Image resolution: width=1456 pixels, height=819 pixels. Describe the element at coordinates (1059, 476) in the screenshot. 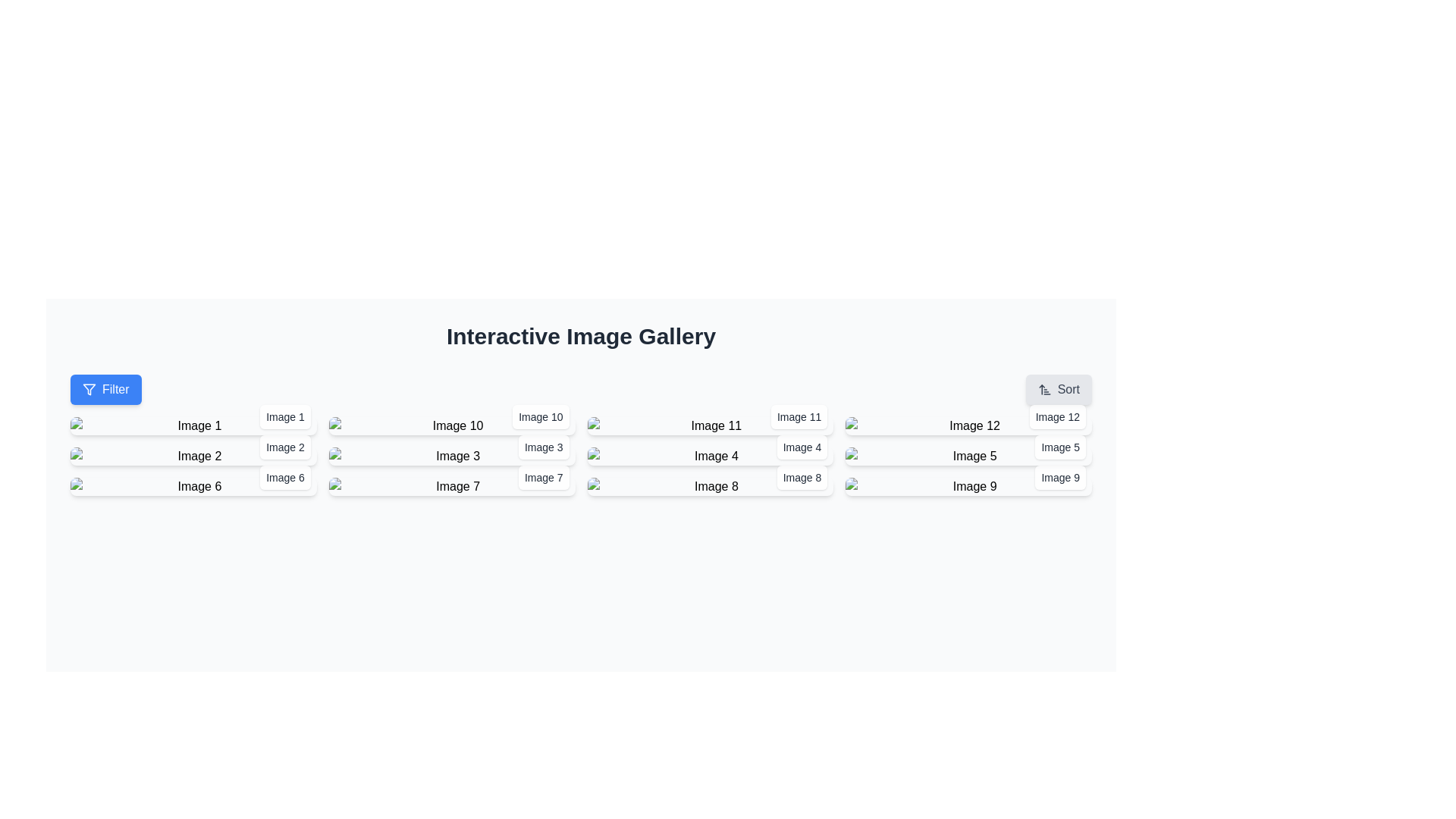

I see `text from the label containing 'Image 9' located at the bottom-right corner of the ninth image in the gallery` at that location.